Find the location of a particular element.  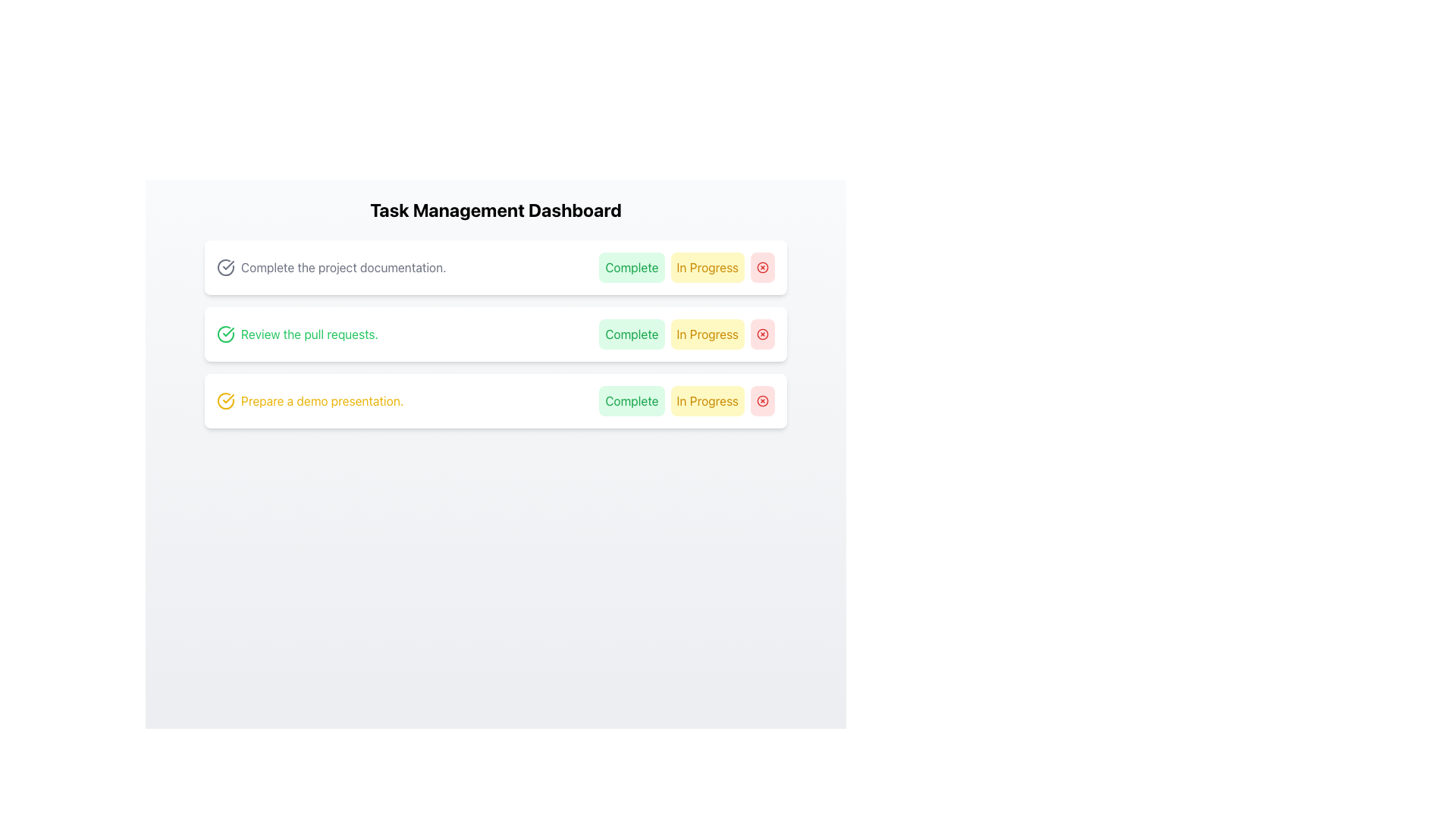

the graphic icon located to the far right of the second row in the task interface is located at coordinates (763, 333).